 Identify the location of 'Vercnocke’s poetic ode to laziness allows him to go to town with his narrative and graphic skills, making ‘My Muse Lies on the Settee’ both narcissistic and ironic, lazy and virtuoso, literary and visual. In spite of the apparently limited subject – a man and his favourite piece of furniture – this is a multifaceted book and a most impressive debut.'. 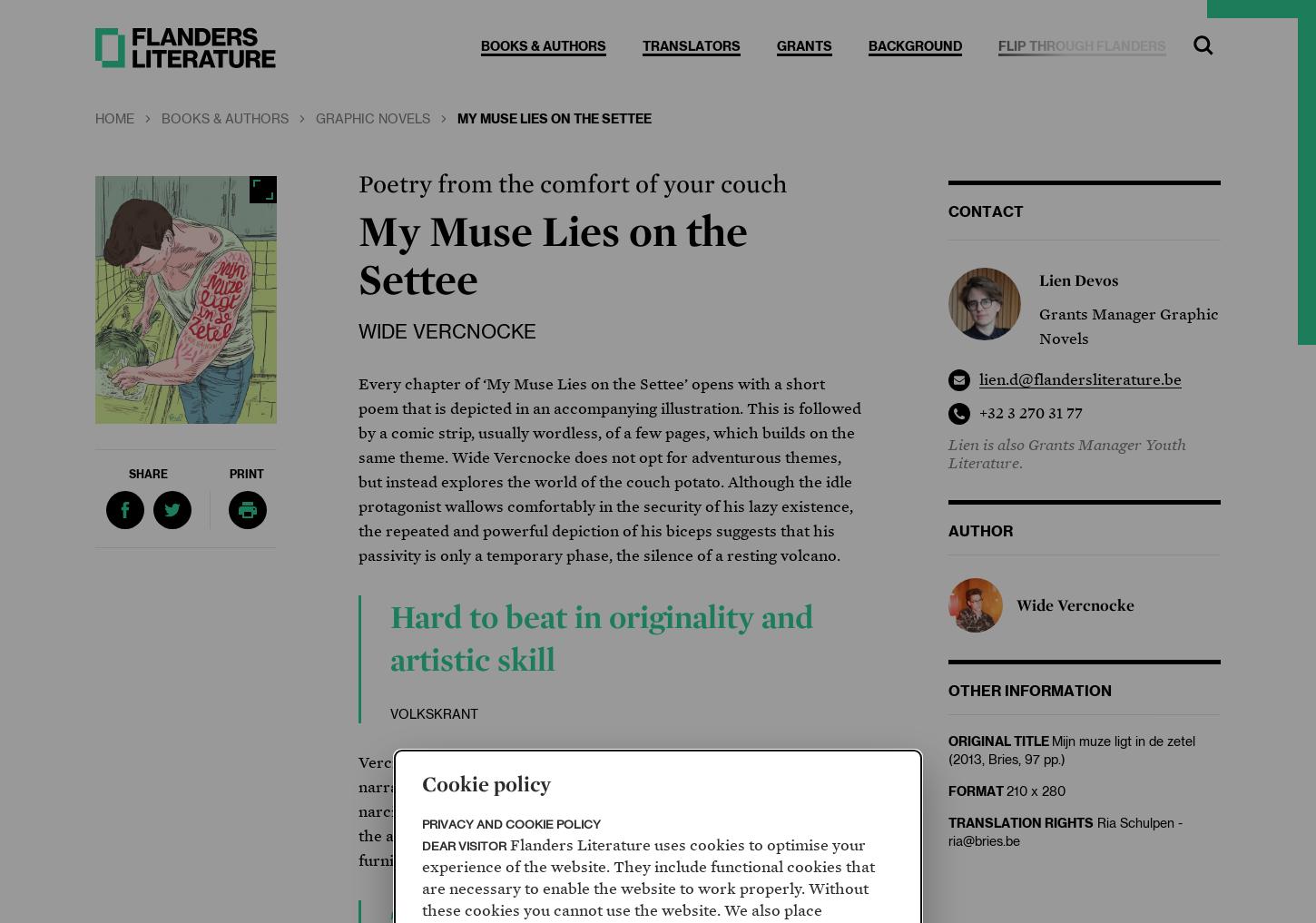
(608, 811).